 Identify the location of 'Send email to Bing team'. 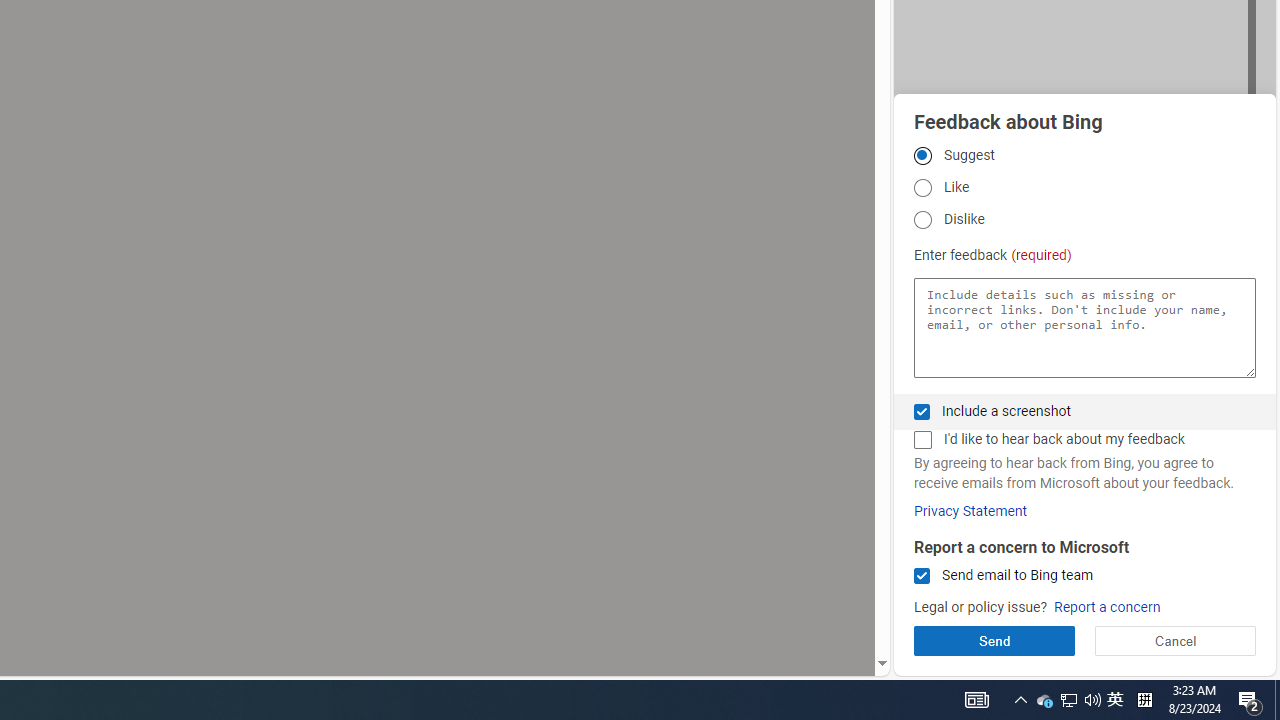
(921, 576).